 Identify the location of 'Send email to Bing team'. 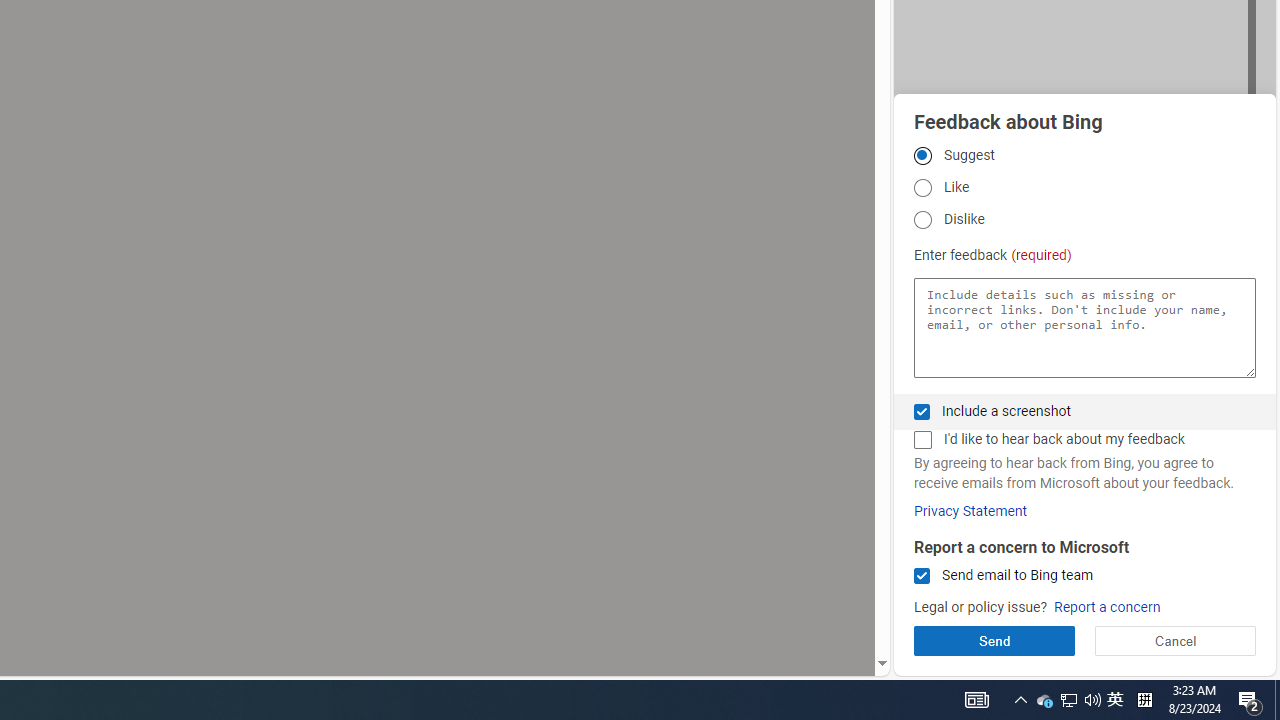
(921, 576).